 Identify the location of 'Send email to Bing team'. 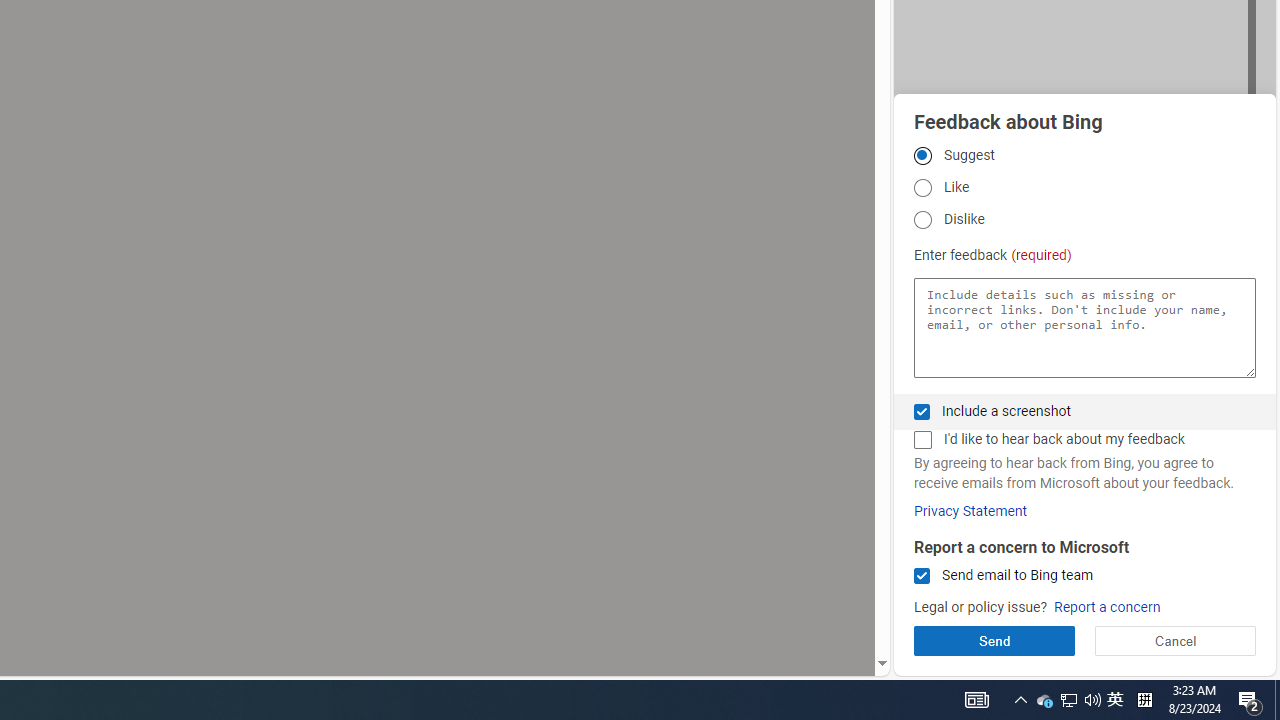
(921, 576).